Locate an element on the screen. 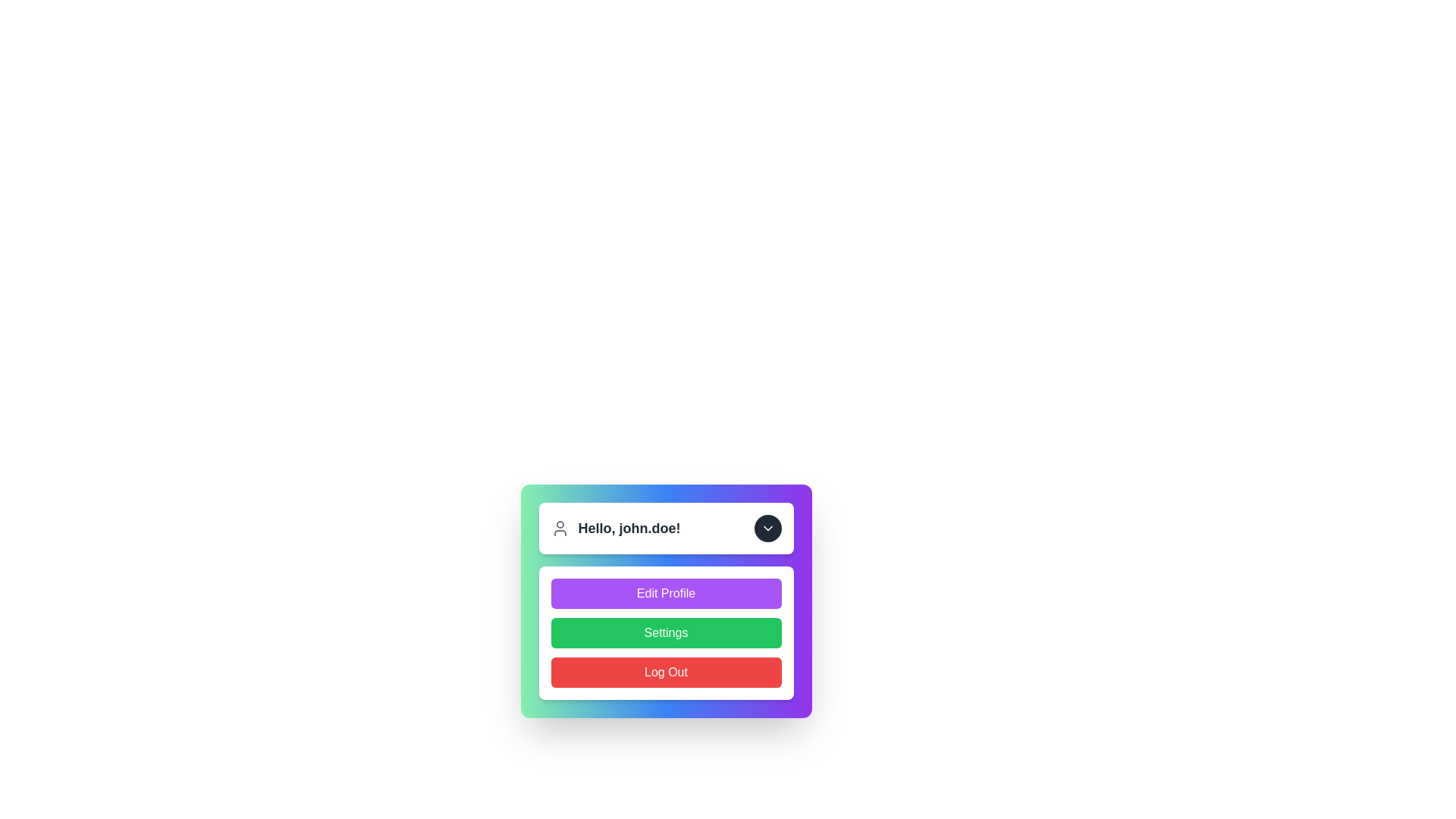  the 'Edit Profile' button, which is a rectangular button with a purple background and white text, located at the top of the button stack is located at coordinates (666, 593).